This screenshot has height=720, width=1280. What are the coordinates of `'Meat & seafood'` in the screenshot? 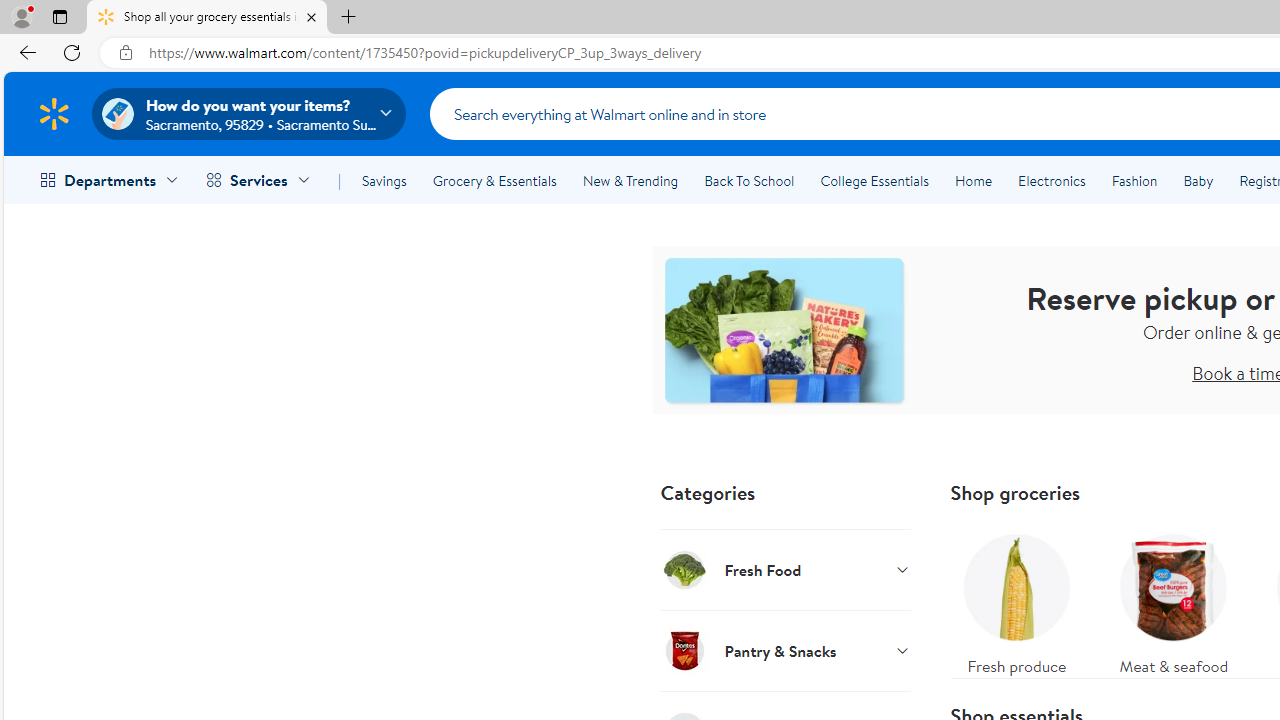 It's located at (1174, 598).